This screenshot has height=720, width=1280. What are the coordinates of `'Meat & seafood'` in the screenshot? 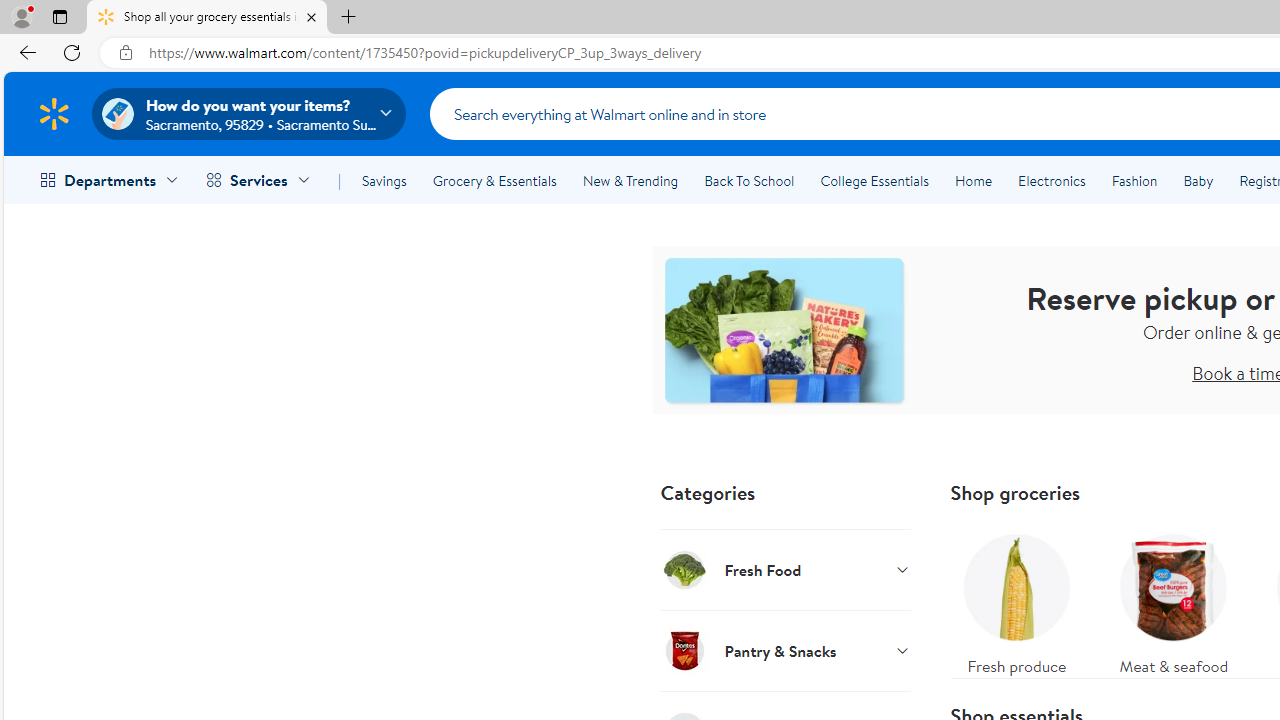 It's located at (1174, 598).